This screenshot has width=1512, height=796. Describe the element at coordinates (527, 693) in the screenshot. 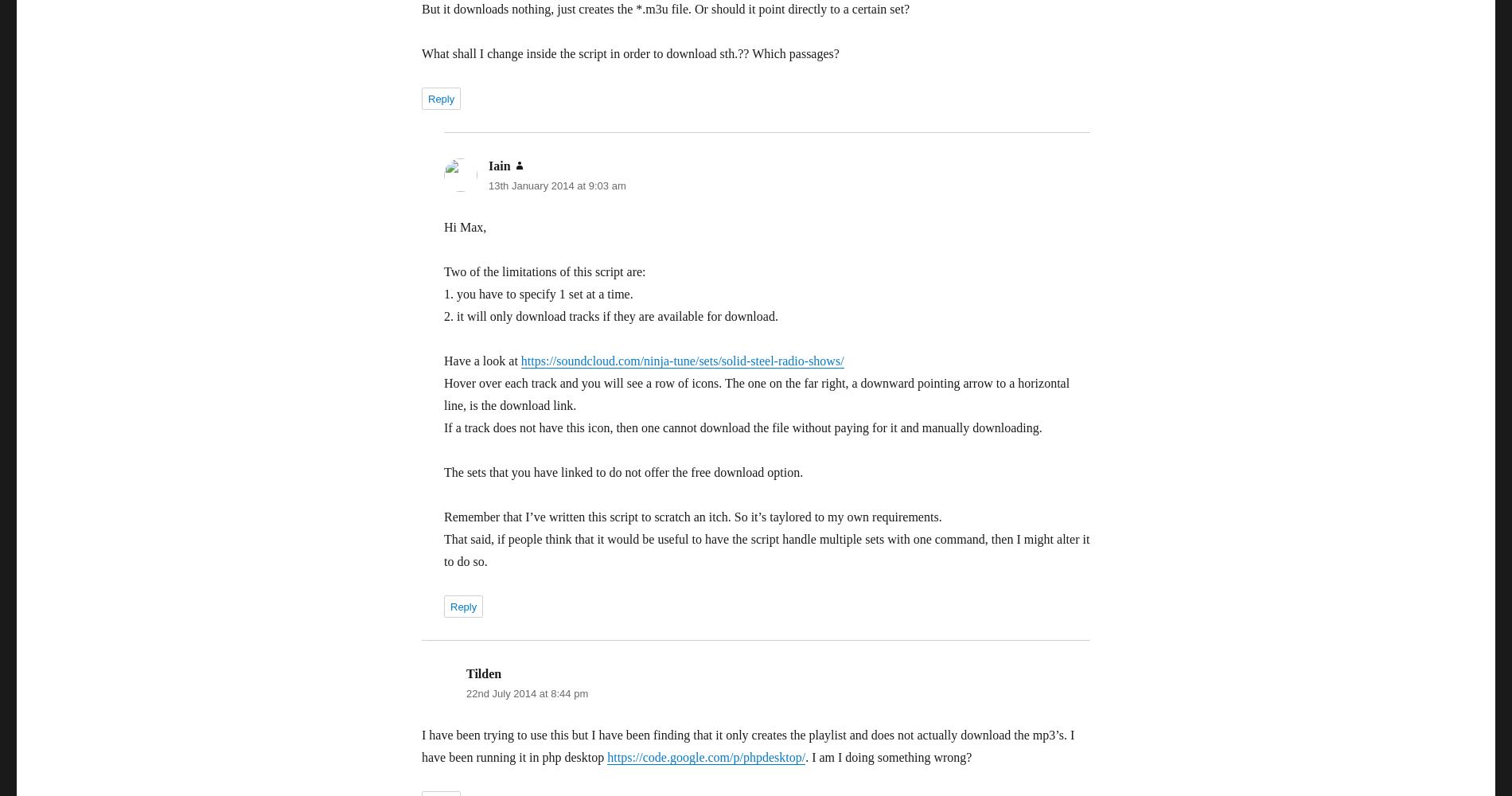

I see `'22nd July 2014 at 8:44 pm'` at that location.